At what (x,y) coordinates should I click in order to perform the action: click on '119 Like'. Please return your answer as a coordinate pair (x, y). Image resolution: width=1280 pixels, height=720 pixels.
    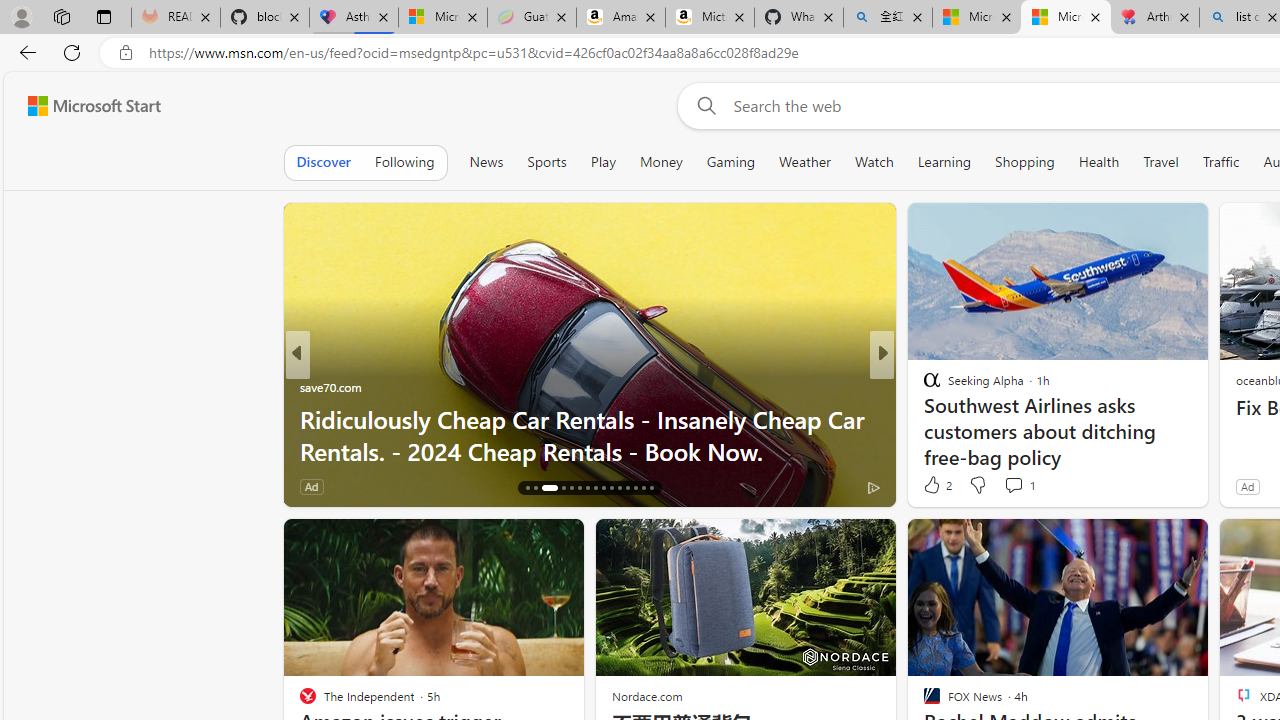
    Looking at the image, I should click on (935, 486).